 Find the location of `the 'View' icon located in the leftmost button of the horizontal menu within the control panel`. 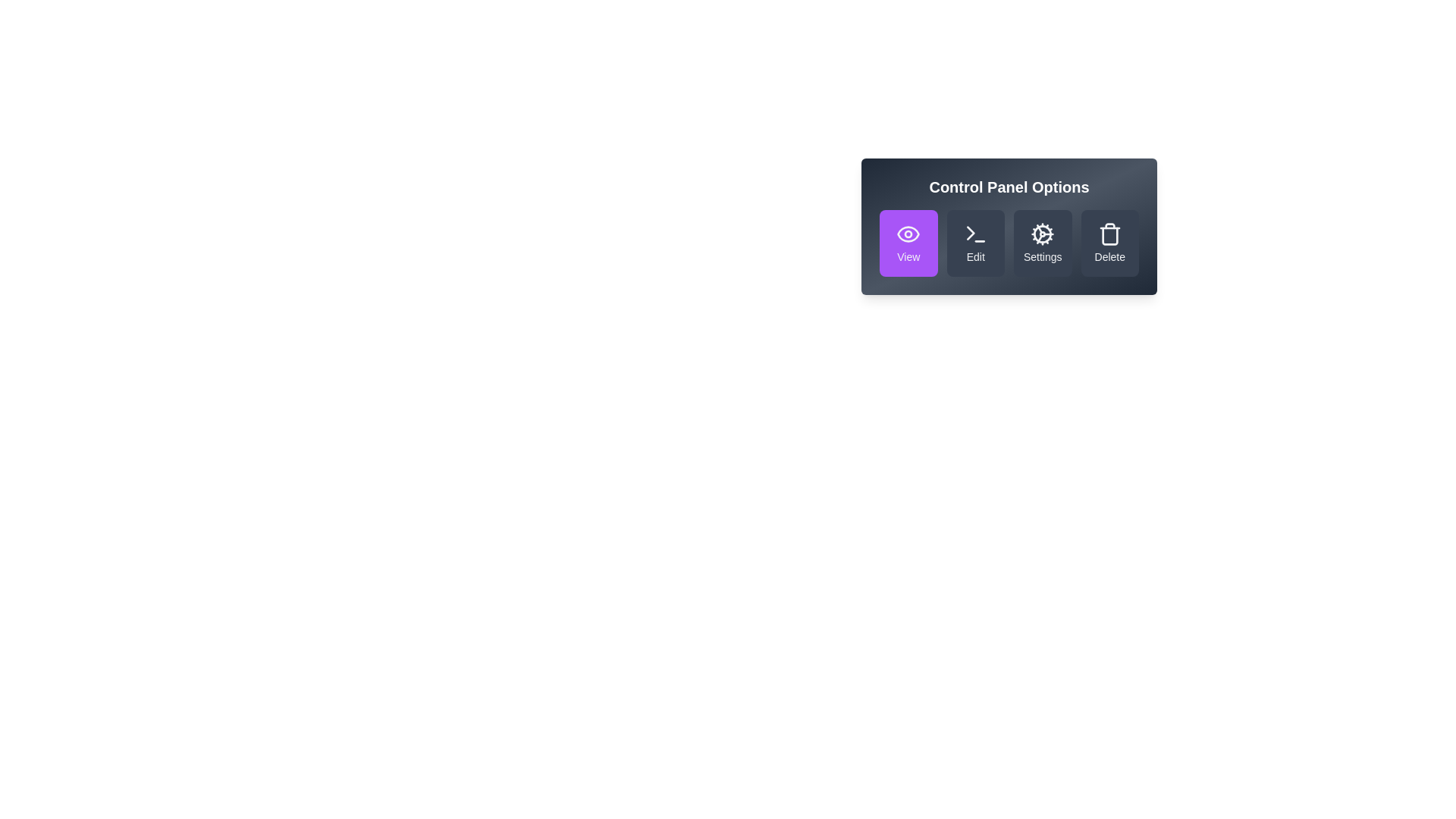

the 'View' icon located in the leftmost button of the horizontal menu within the control panel is located at coordinates (908, 234).